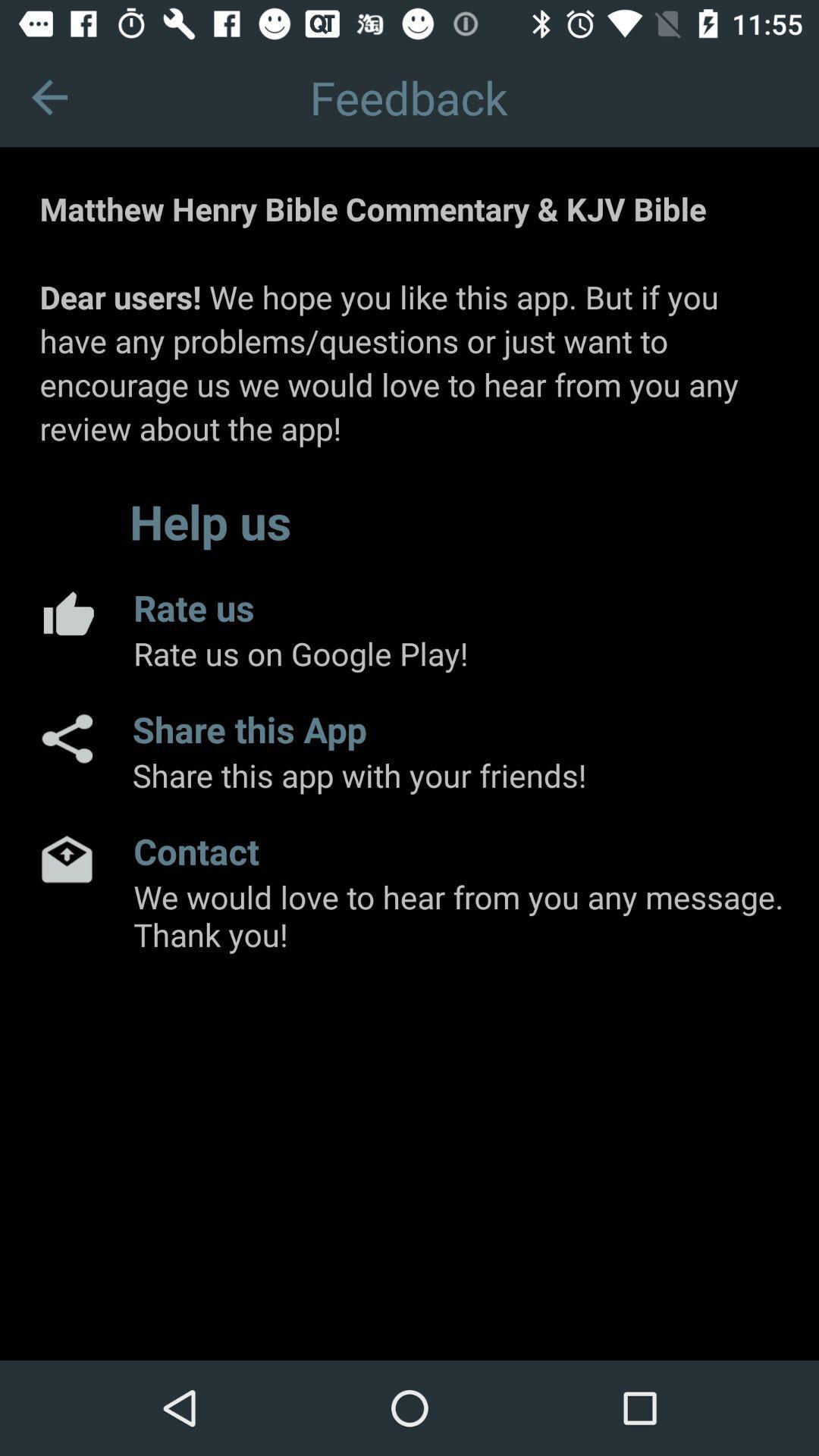 This screenshot has height=1456, width=819. What do you see at coordinates (65, 739) in the screenshot?
I see `the app next to share this app app` at bounding box center [65, 739].